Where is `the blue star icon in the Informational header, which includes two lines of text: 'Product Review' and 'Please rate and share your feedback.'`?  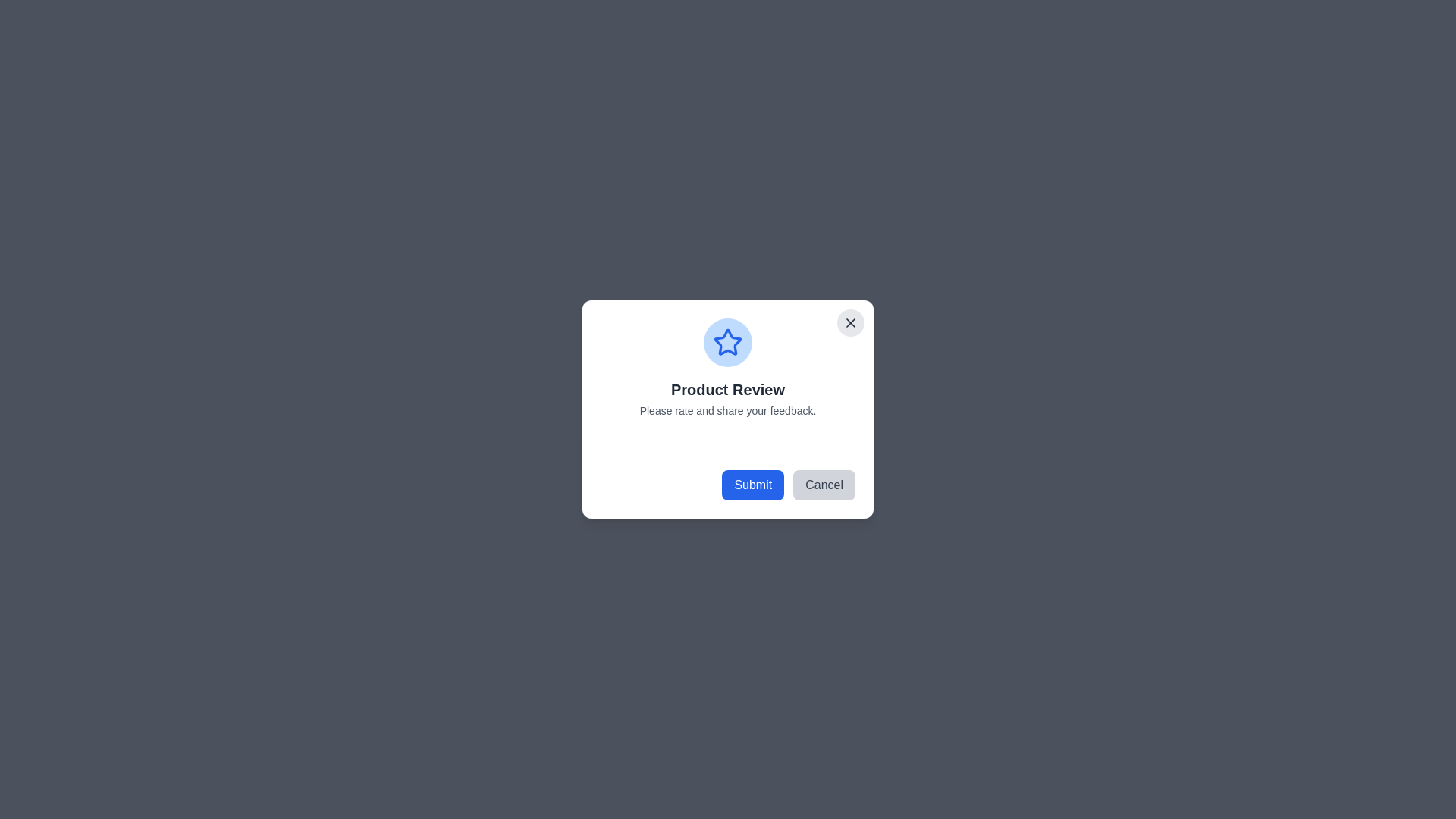 the blue star icon in the Informational header, which includes two lines of text: 'Product Review' and 'Please rate and share your feedback.' is located at coordinates (728, 369).